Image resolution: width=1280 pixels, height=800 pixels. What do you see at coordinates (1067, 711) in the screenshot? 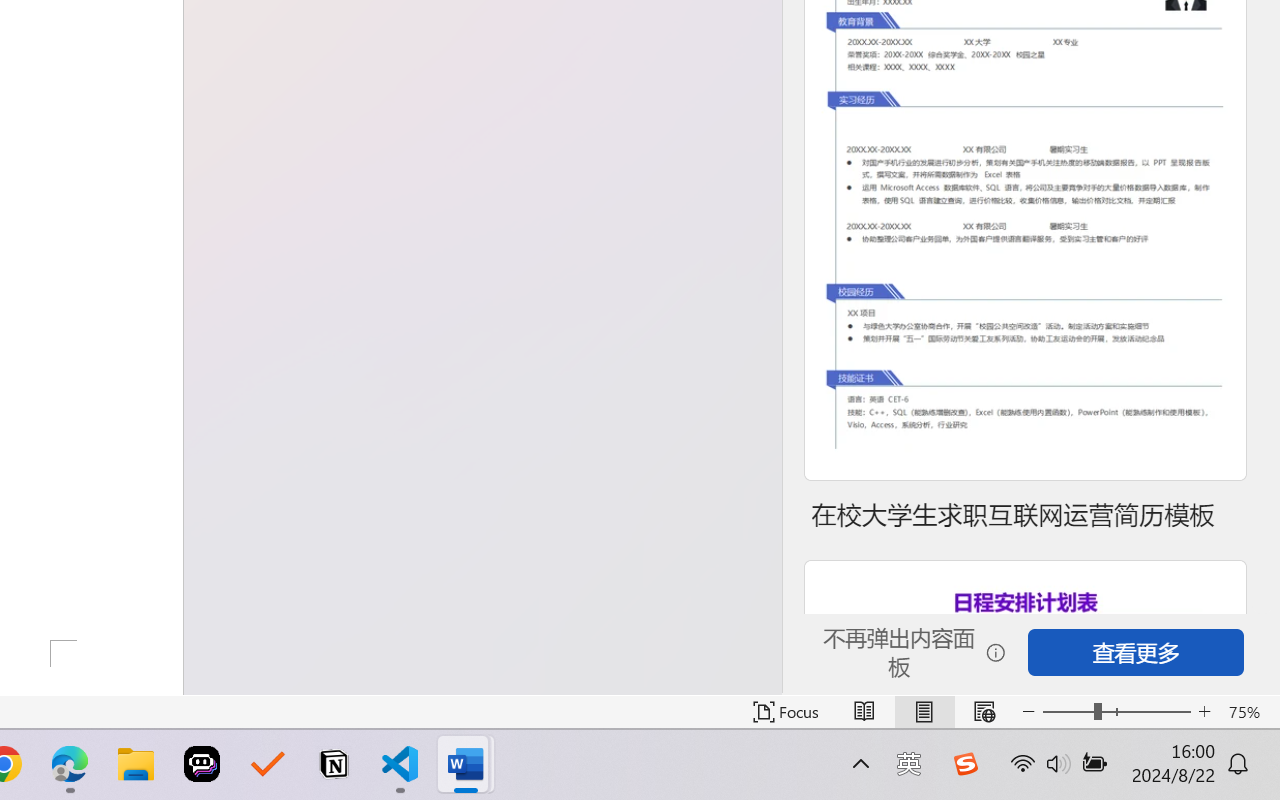
I see `'Zoom Out'` at bounding box center [1067, 711].